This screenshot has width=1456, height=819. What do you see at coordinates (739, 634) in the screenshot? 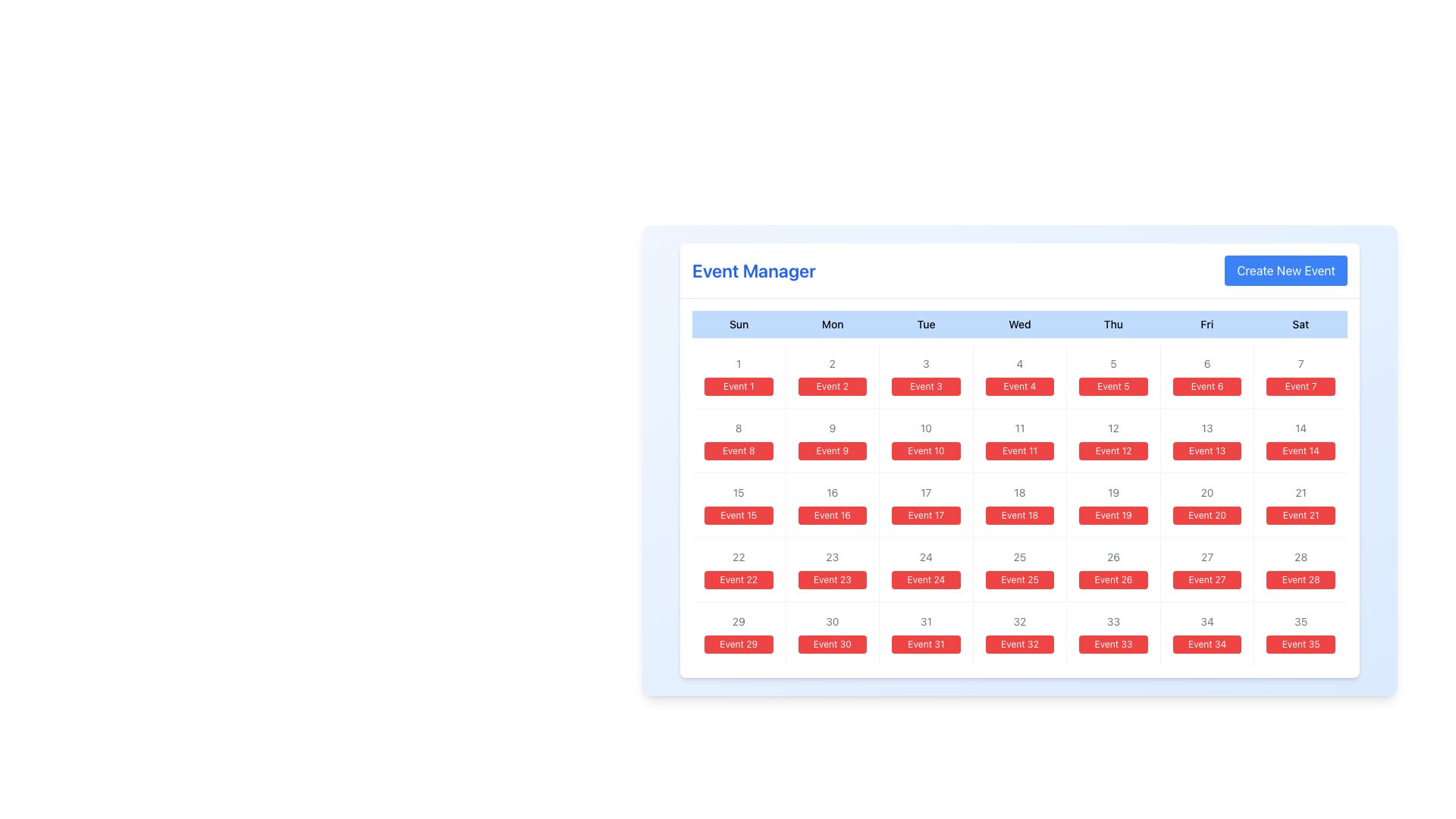
I see `the calendar day element displaying '29' with the associated event 'Event 29' in the Event Manager interface` at bounding box center [739, 634].